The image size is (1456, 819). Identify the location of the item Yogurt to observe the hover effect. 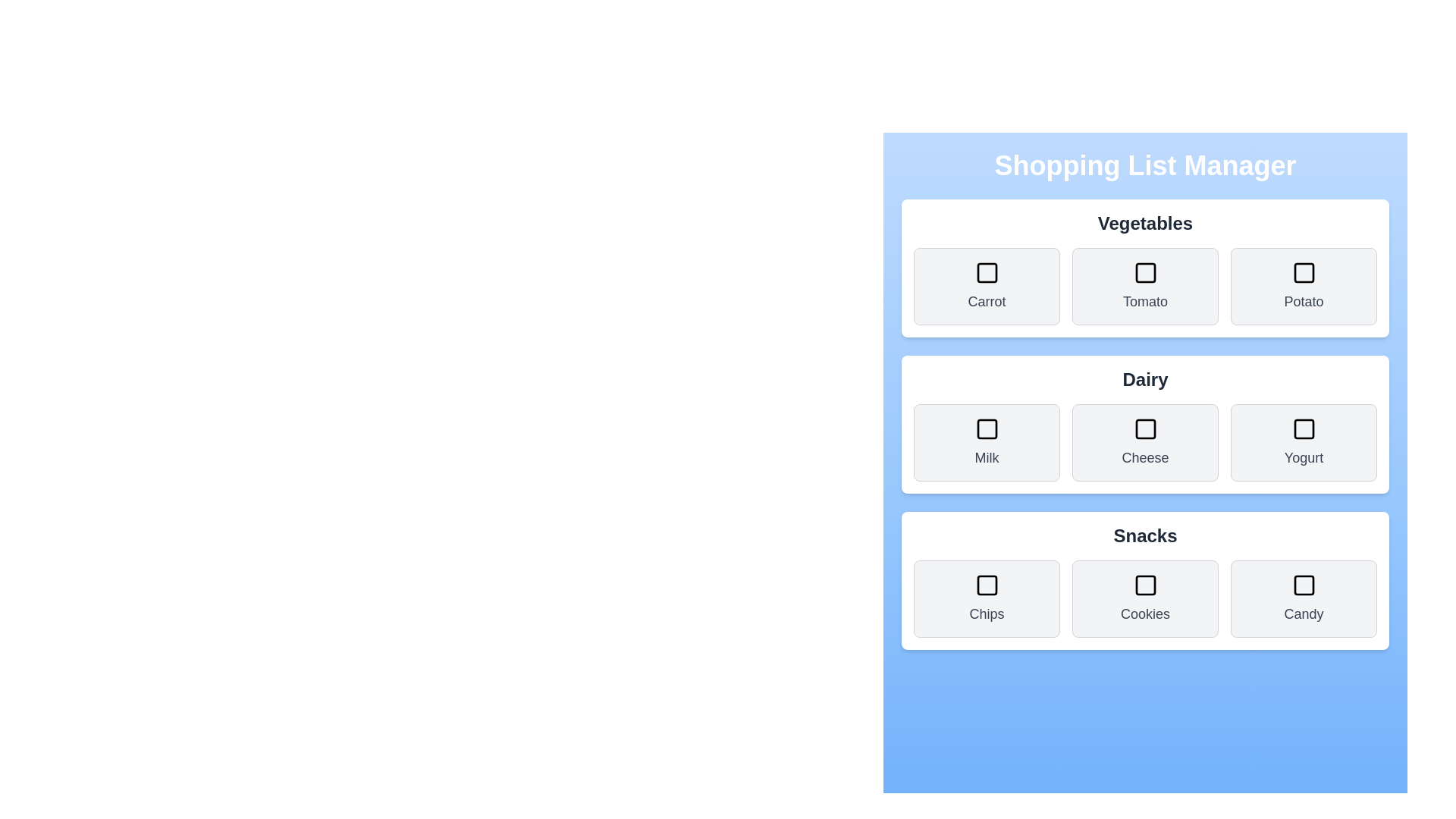
(1303, 442).